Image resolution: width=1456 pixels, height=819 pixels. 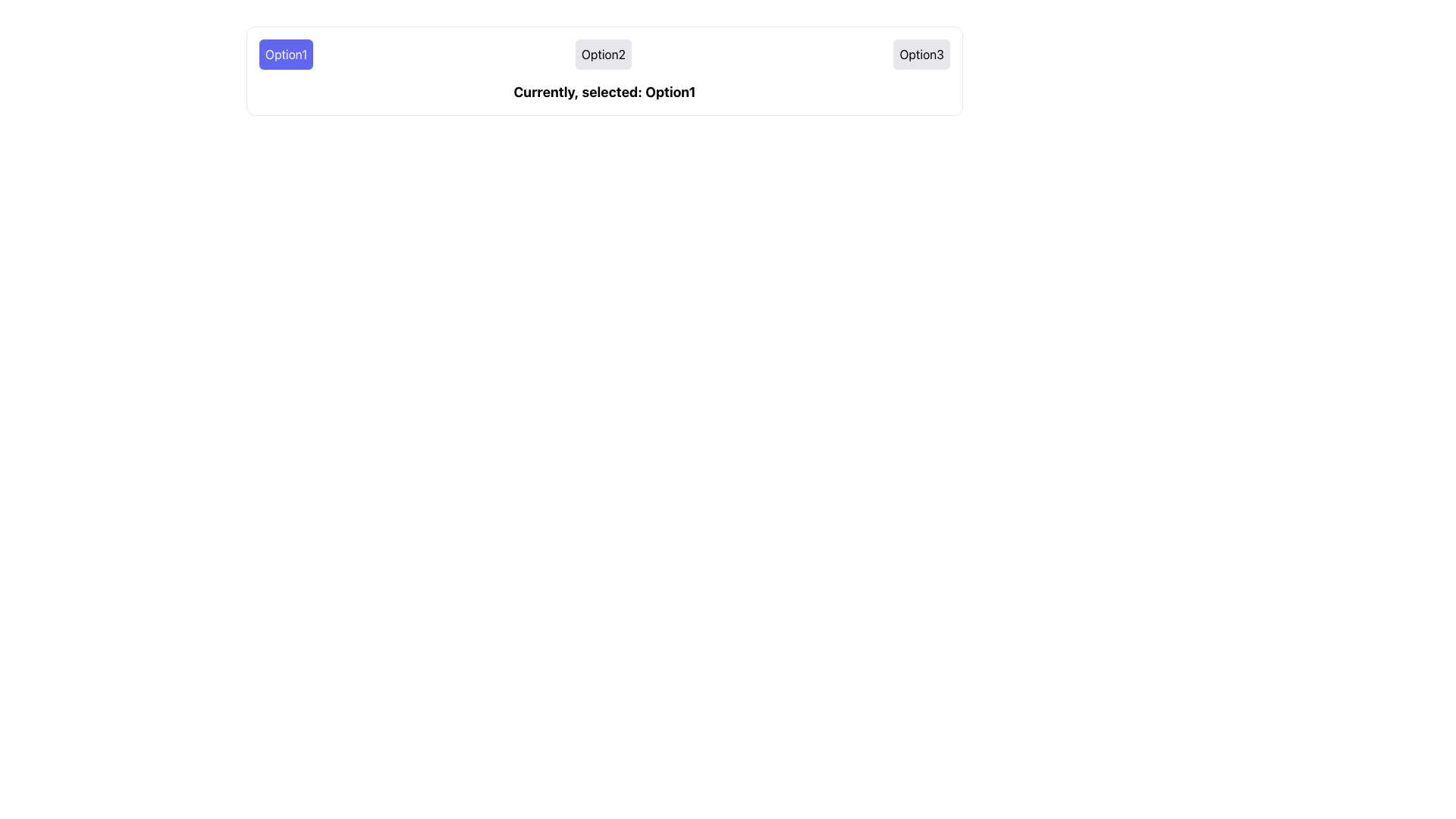 I want to click on the Text Label that communicates the currently selected option, located below the horizontal group of options 'Option1', 'Option2', and 'Option3', so click(x=604, y=93).